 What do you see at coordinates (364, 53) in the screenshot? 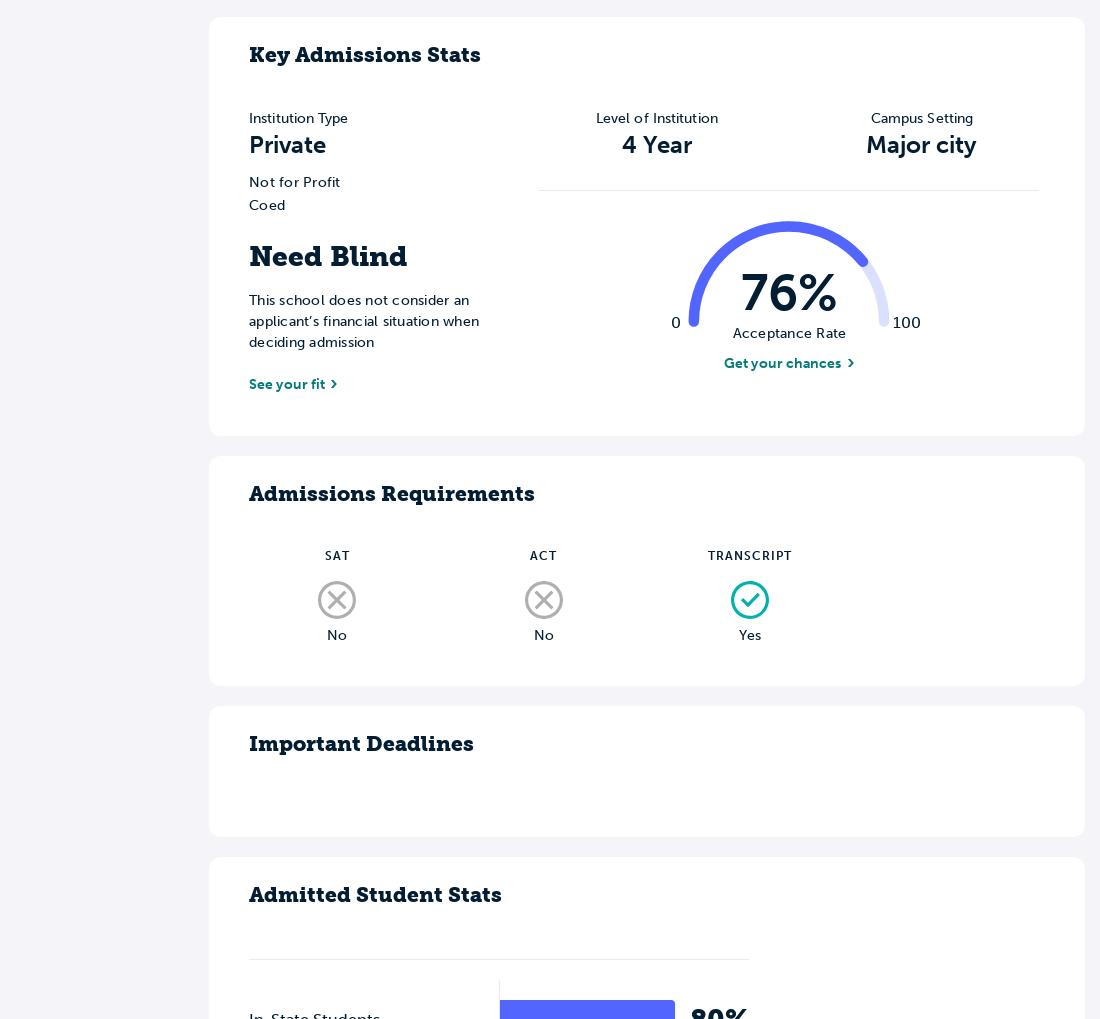
I see `'Key Admissions Stats'` at bounding box center [364, 53].